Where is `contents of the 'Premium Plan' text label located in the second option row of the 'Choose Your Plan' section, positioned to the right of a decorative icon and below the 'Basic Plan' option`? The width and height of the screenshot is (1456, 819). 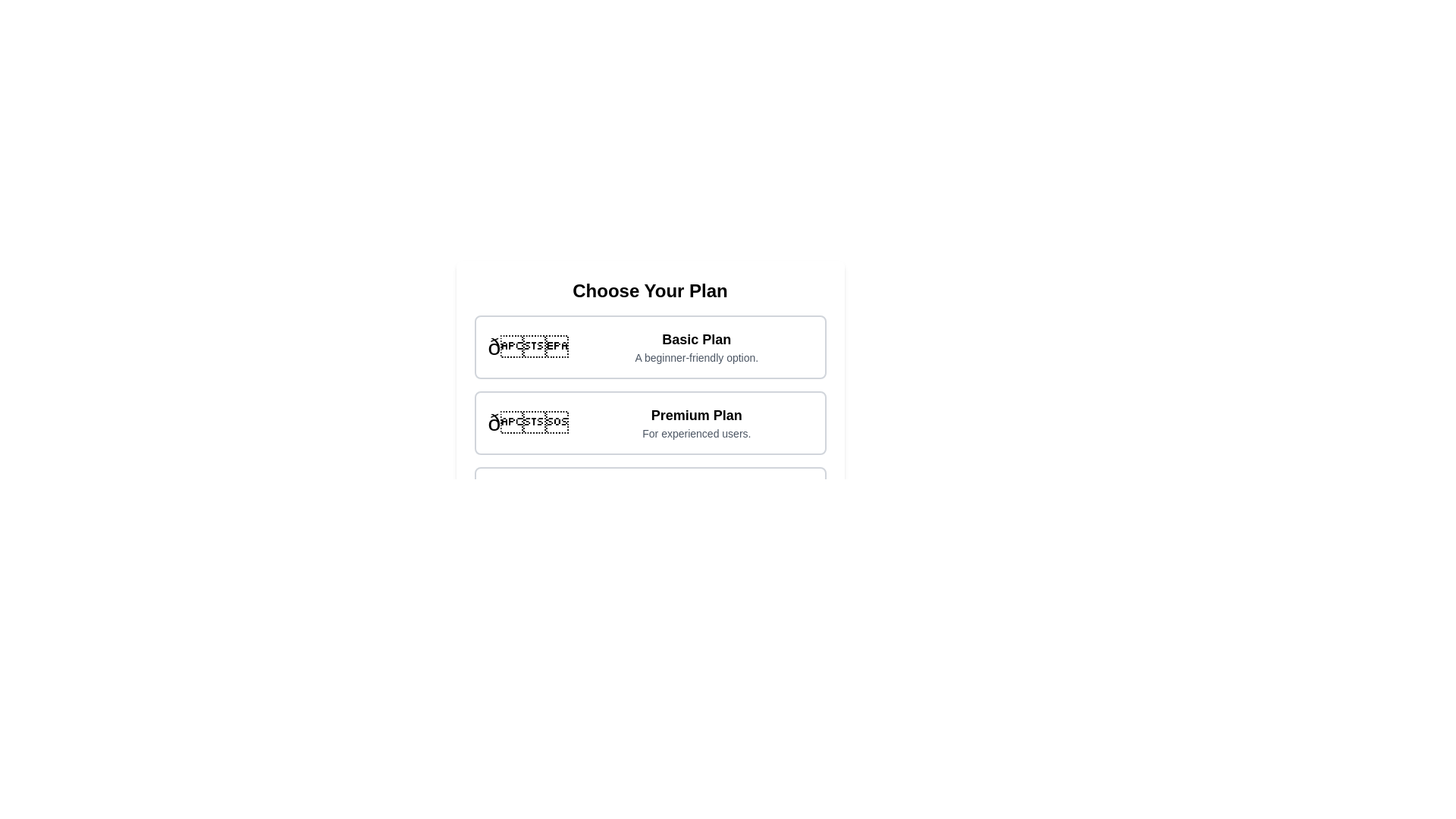 contents of the 'Premium Plan' text label located in the second option row of the 'Choose Your Plan' section, positioned to the right of a decorative icon and below the 'Basic Plan' option is located at coordinates (695, 423).